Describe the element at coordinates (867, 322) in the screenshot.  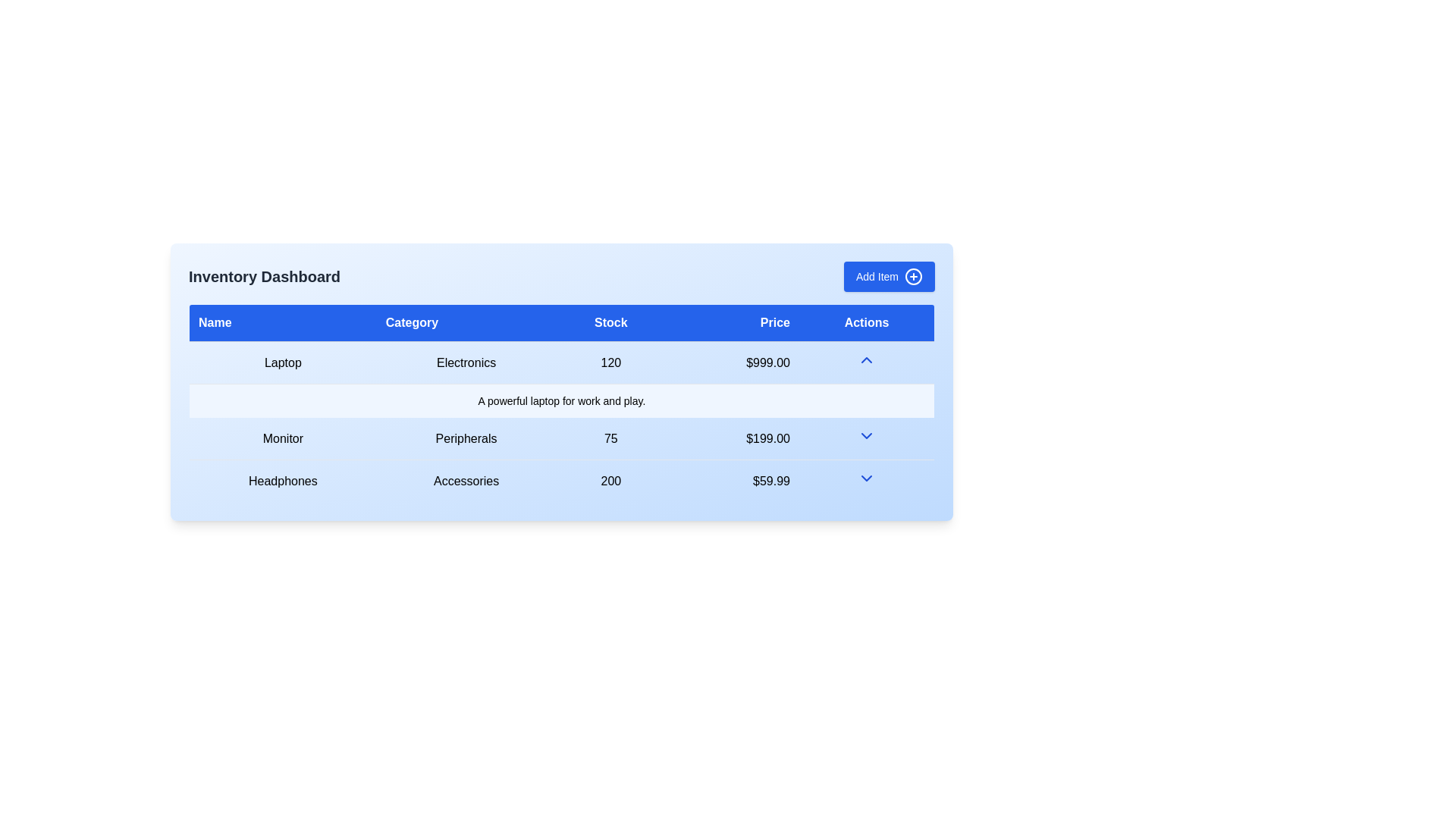
I see `the header text label for the 'Actions' column in the table, located at the last cell of the header row following 'Name', 'Category', 'Stock', and 'Price'` at that location.